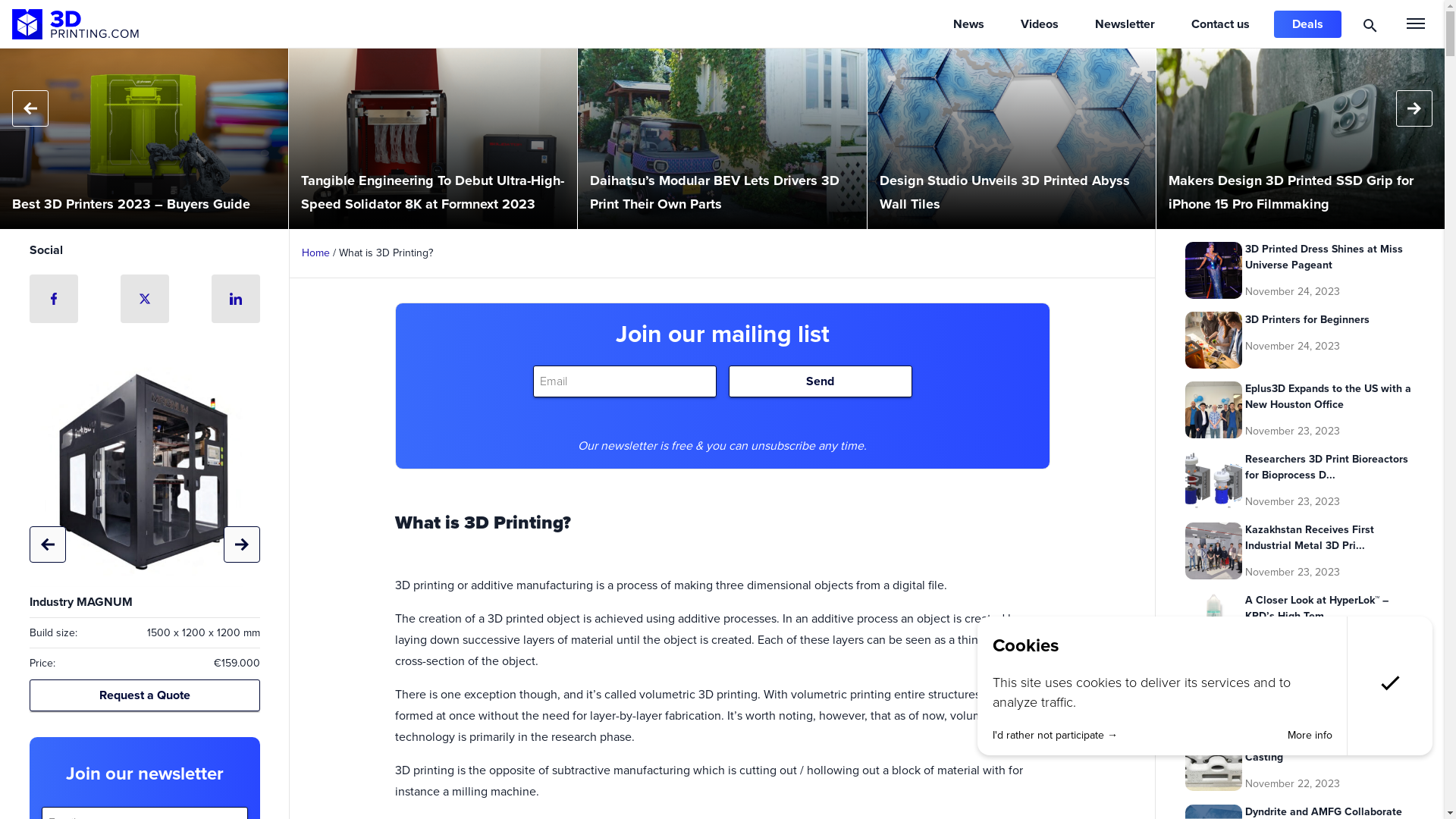 The width and height of the screenshot is (1456, 819). Describe the element at coordinates (1298, 339) in the screenshot. I see `'3D Printers for Beginners` at that location.